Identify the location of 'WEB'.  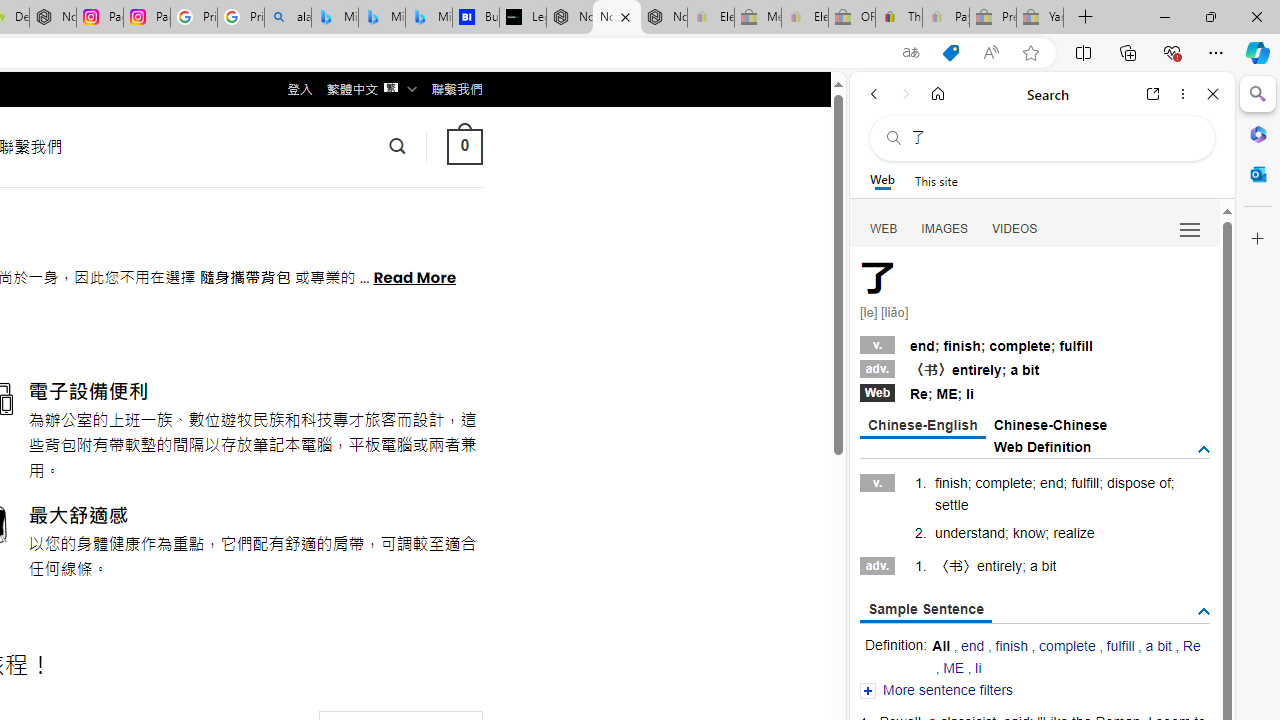
(883, 227).